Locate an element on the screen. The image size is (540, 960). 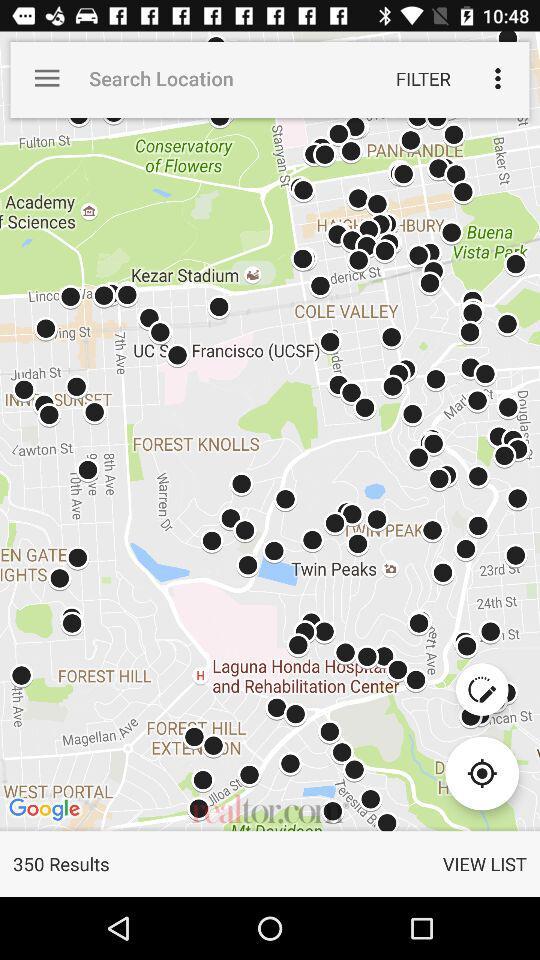
the app next to filter item is located at coordinates (496, 78).